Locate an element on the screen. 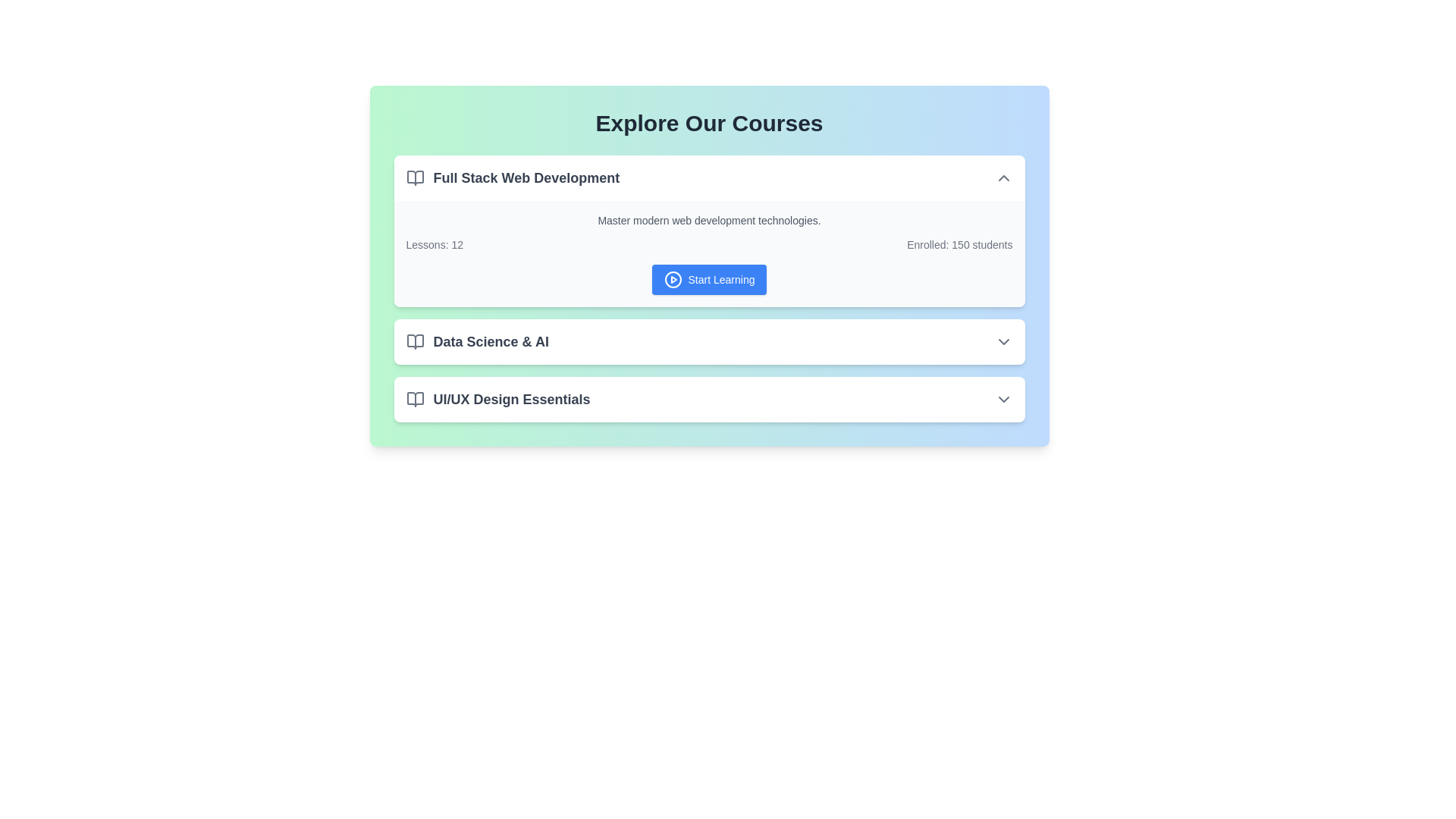 The image size is (1456, 819). the icon representing the 'UI/UX Design Essentials' course, located to the left of its title in the 'Explore Our Courses' section is located at coordinates (415, 399).